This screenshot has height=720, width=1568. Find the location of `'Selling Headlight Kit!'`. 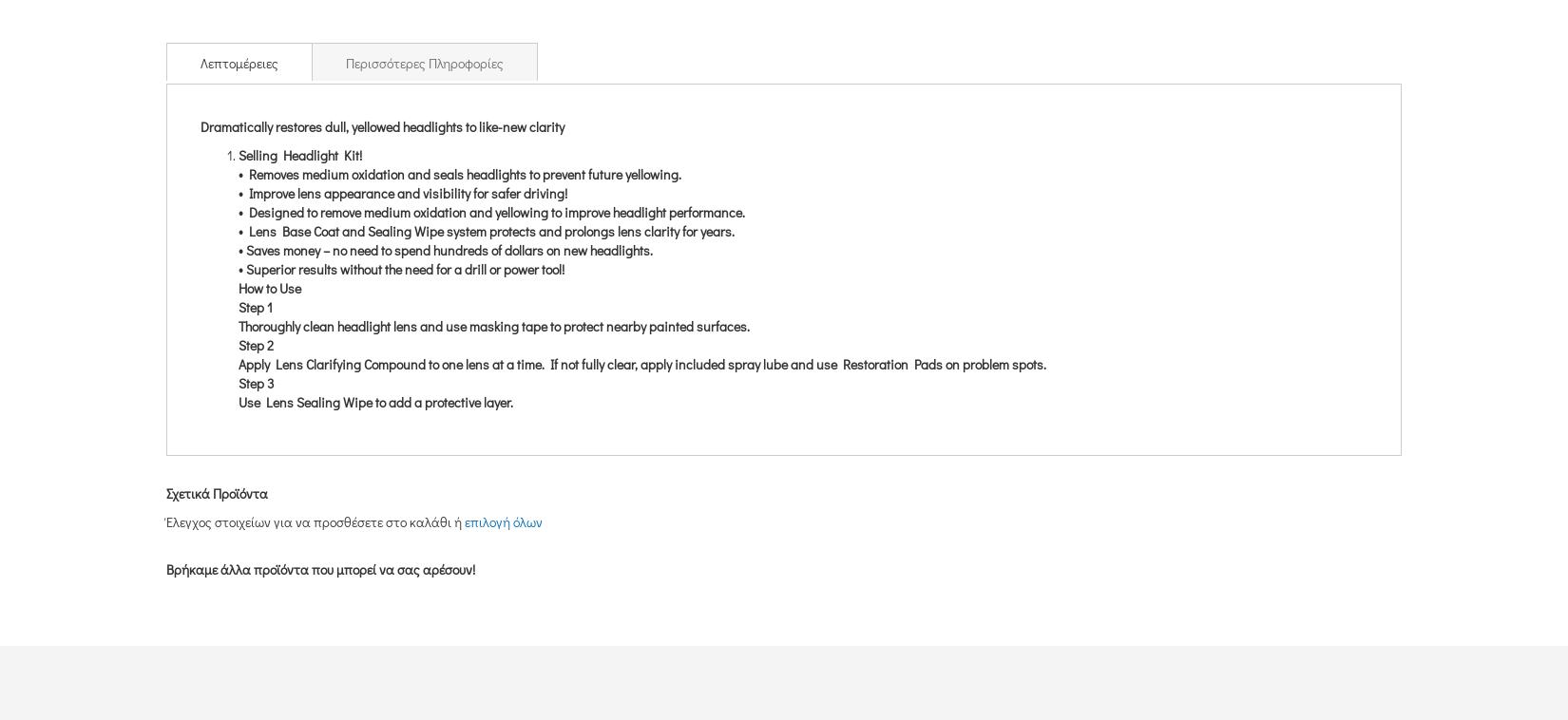

'Selling Headlight Kit!' is located at coordinates (299, 153).